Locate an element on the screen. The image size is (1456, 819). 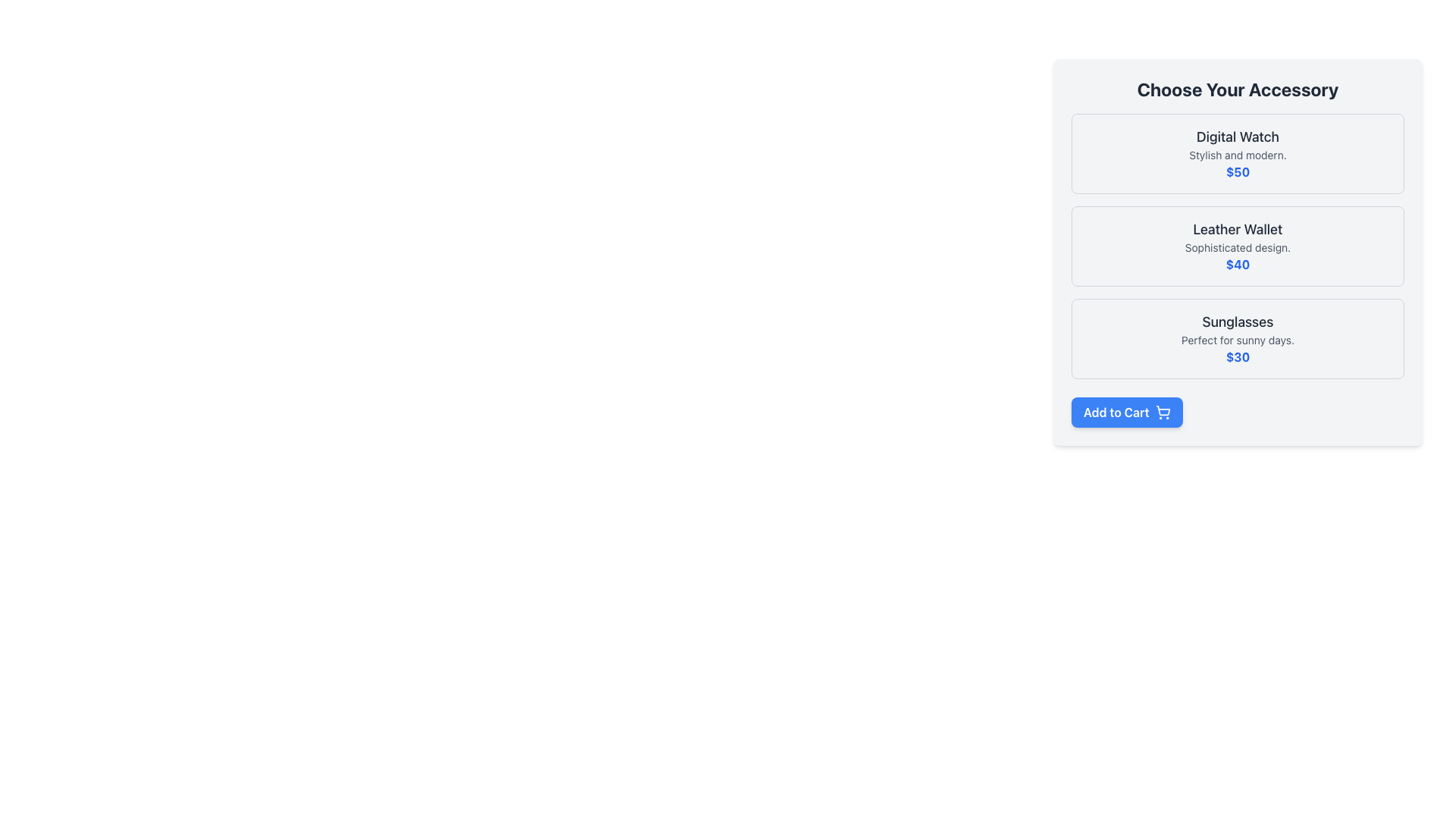
the title text reading 'Choose Your Accessory', which is styled in bold and large font at the top of a card-like layout is located at coordinates (1238, 89).